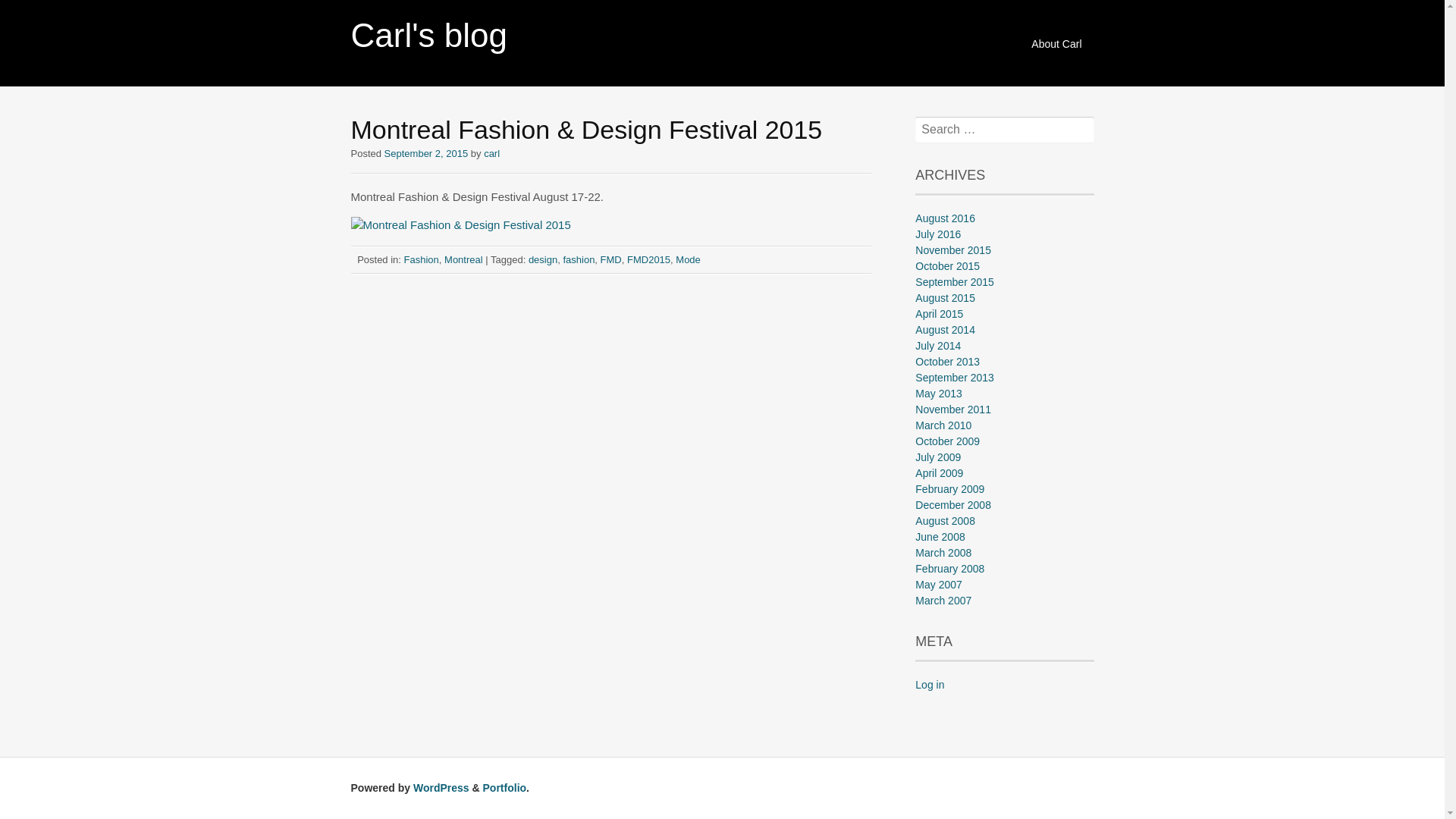 This screenshot has width=1456, height=819. Describe the element at coordinates (914, 599) in the screenshot. I see `'March 2007'` at that location.